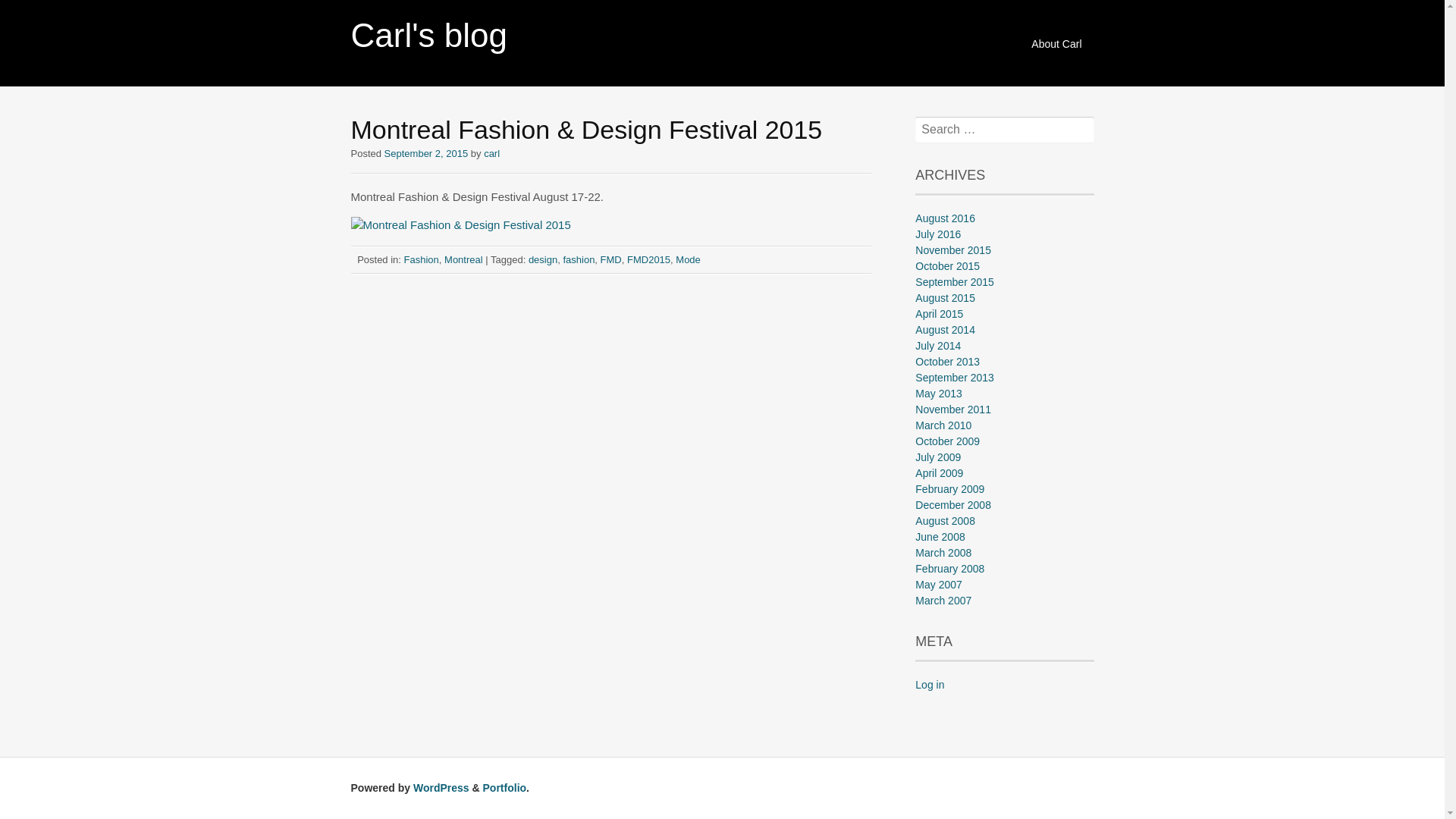 This screenshot has width=1456, height=819. Describe the element at coordinates (914, 599) in the screenshot. I see `'March 2007'` at that location.